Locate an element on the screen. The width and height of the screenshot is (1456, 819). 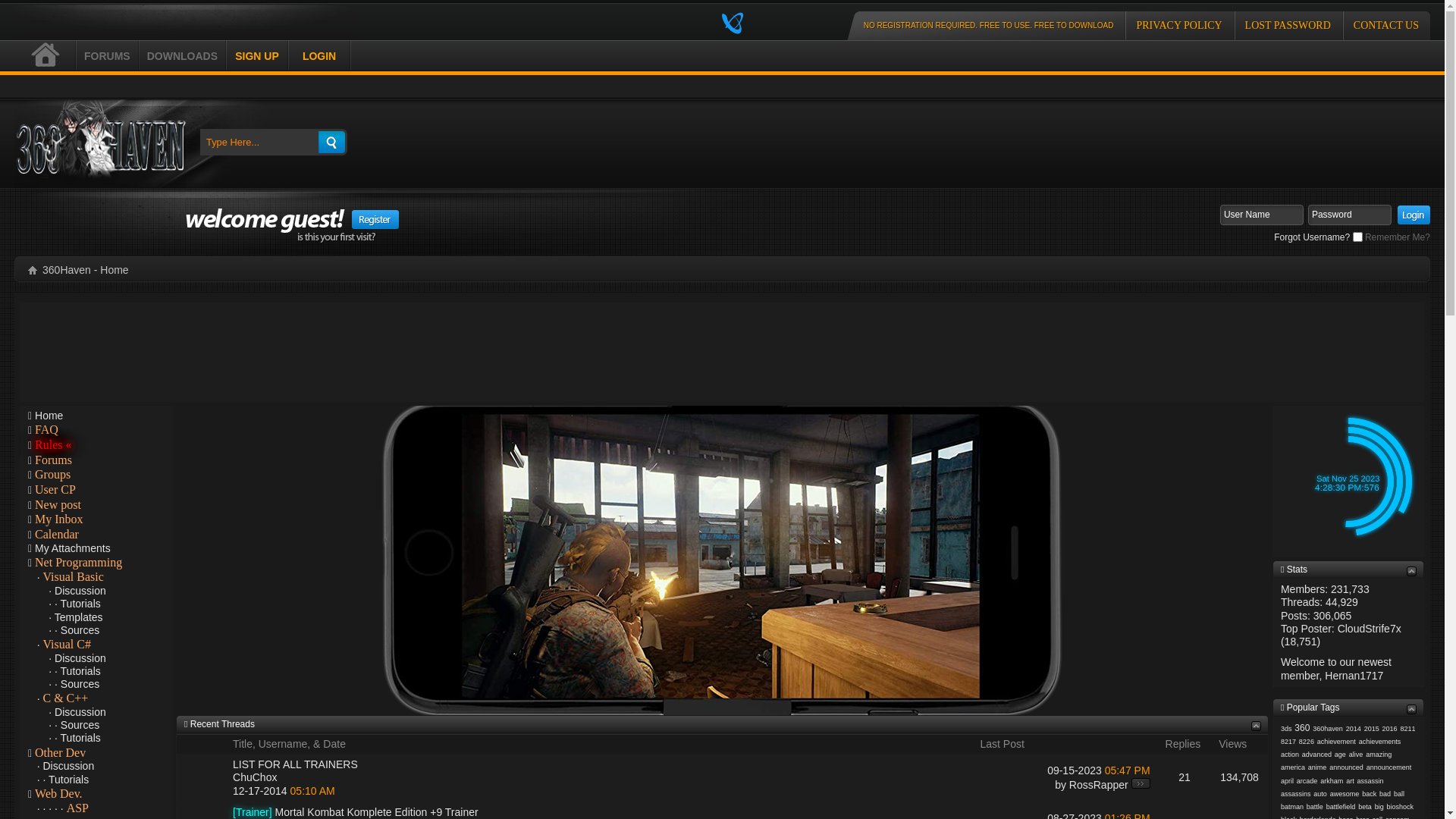
'My Inbox' is located at coordinates (58, 519).